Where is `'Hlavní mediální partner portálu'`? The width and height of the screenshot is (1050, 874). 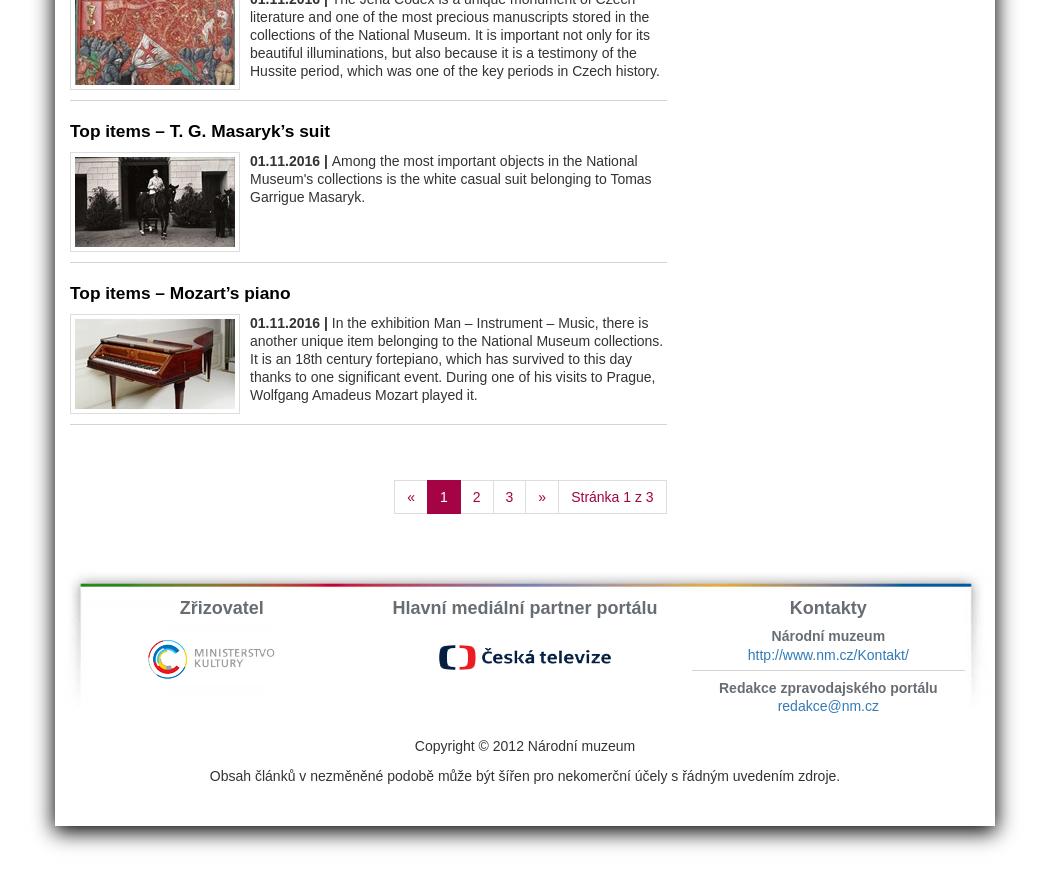
'Hlavní mediální partner portálu' is located at coordinates (523, 607).